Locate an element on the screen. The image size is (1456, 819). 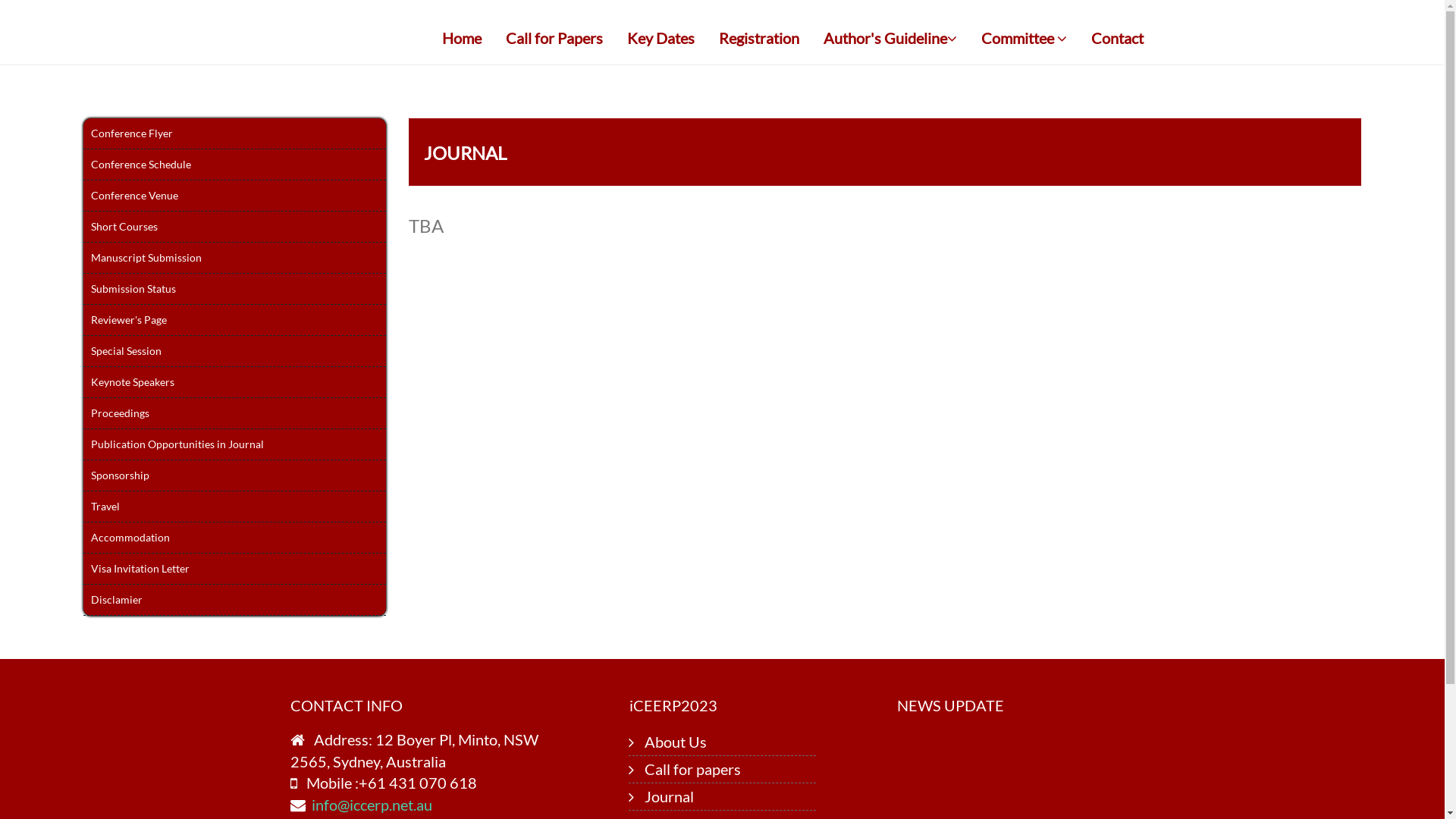
'info@iccerp.net.au' is located at coordinates (371, 803).